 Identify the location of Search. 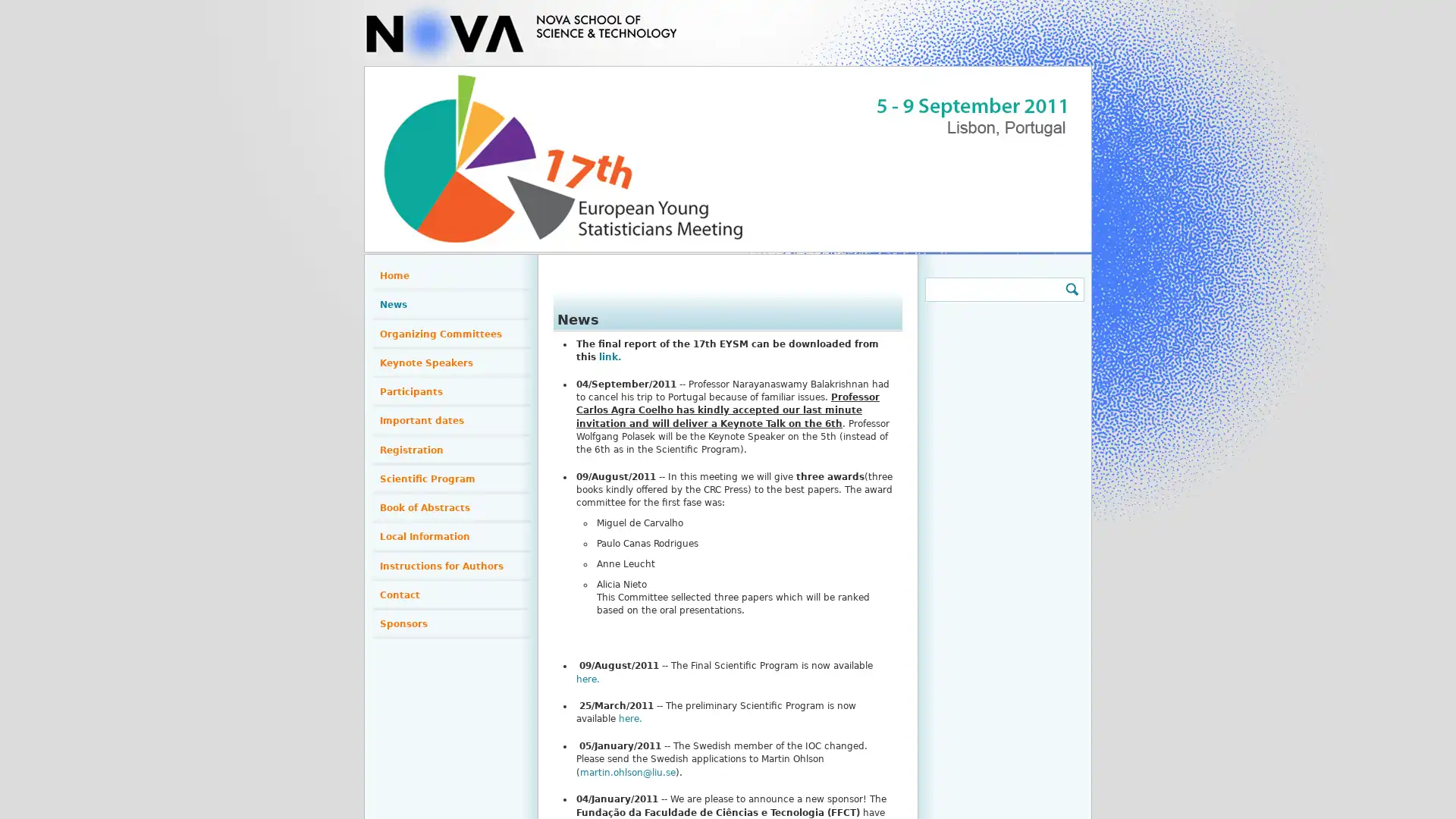
(1070, 289).